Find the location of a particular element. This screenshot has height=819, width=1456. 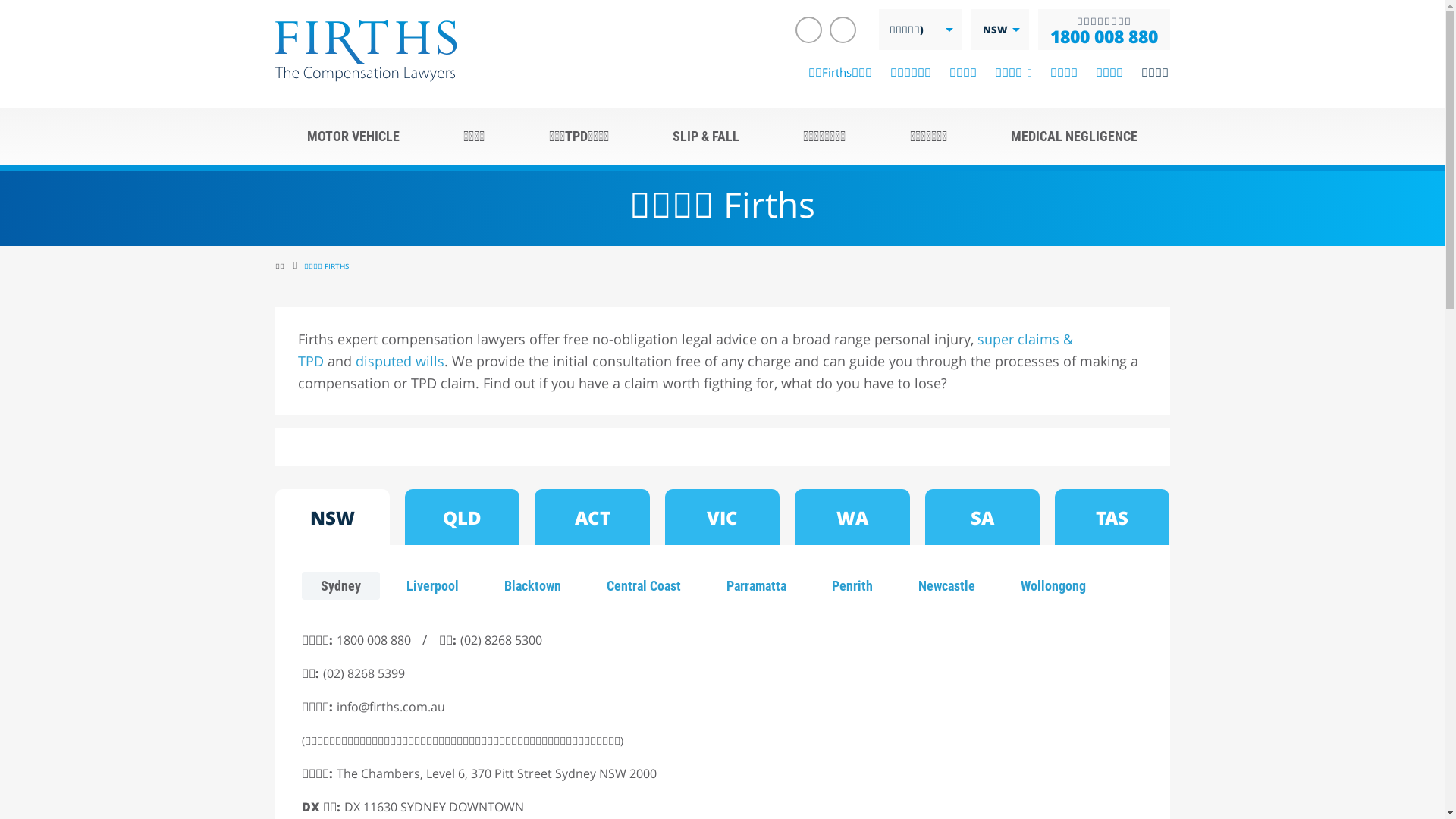

'SLIP & FALL' is located at coordinates (640, 136).